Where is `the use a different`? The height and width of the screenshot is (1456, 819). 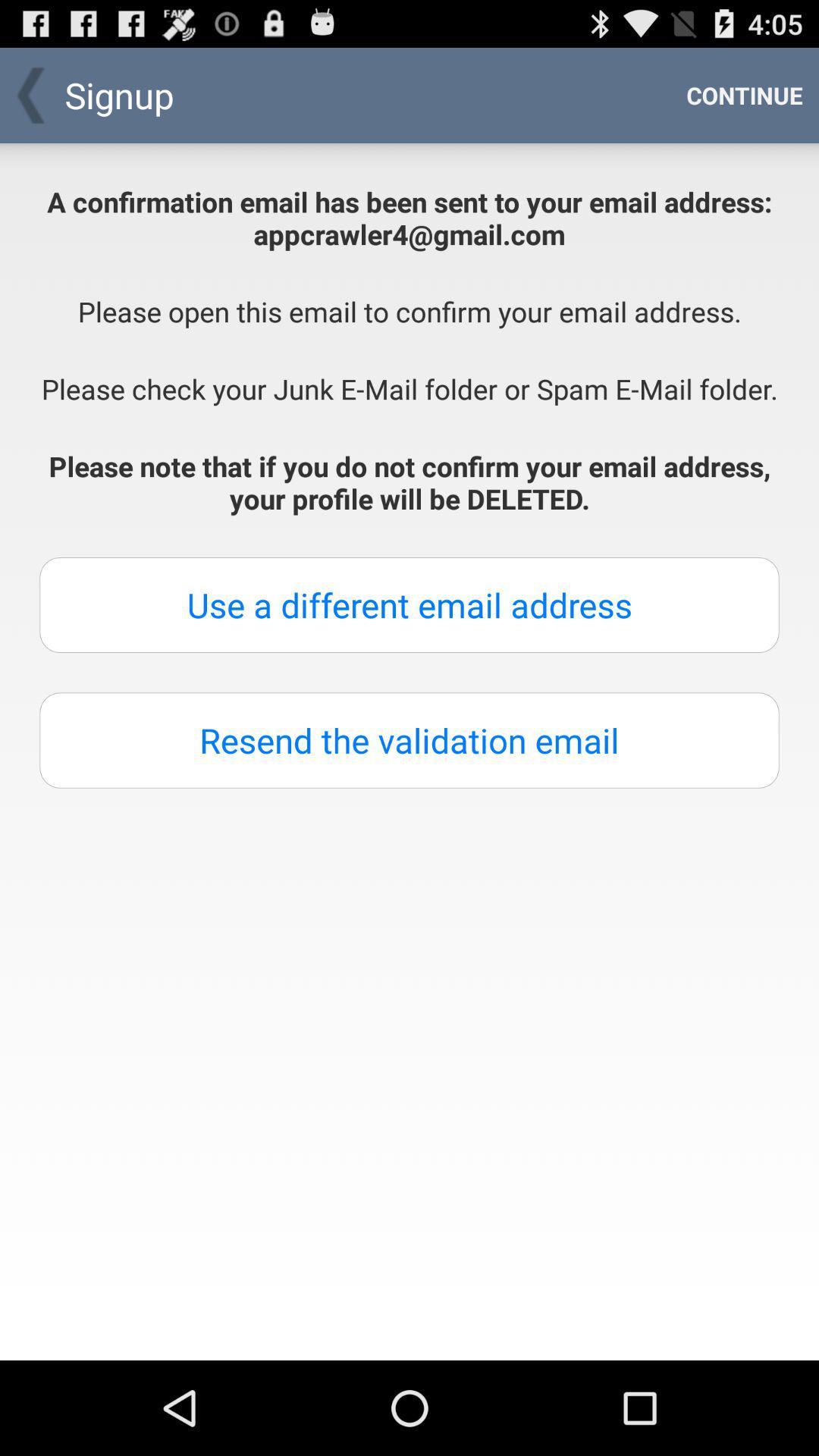
the use a different is located at coordinates (409, 604).